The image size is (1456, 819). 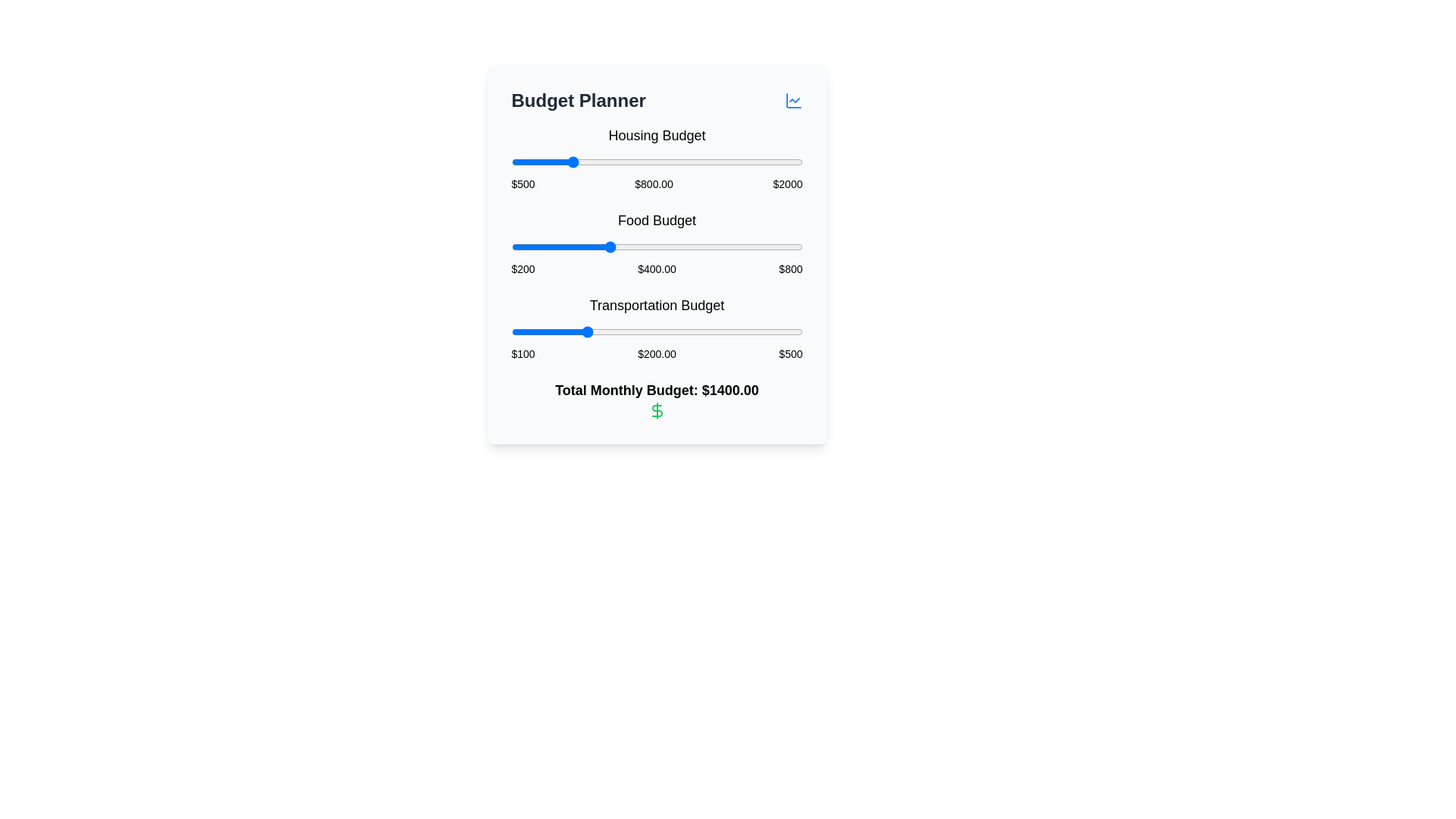 I want to click on the Food Budget slider, so click(x=633, y=246).